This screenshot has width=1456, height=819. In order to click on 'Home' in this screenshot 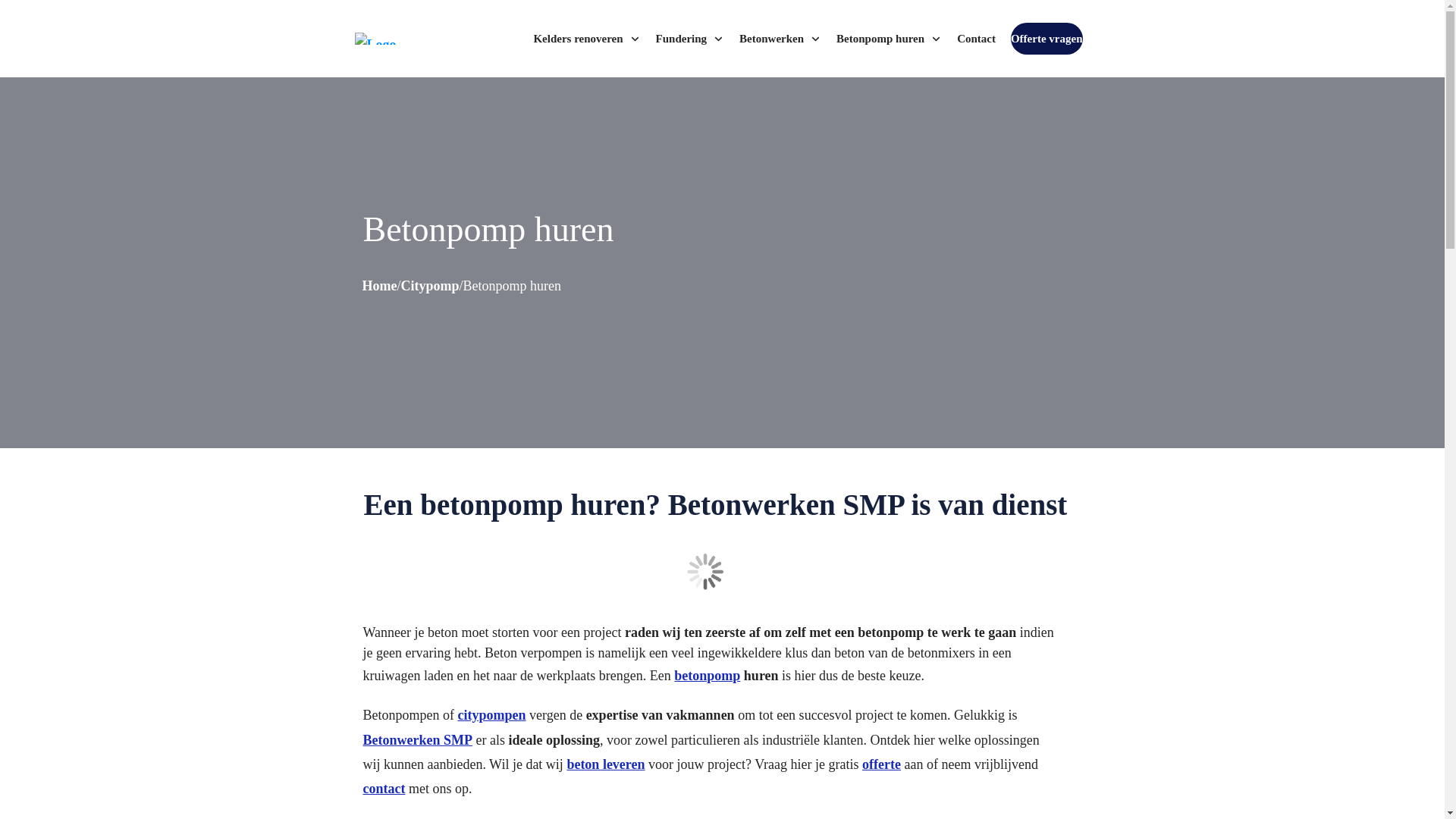, I will do `click(379, 286)`.